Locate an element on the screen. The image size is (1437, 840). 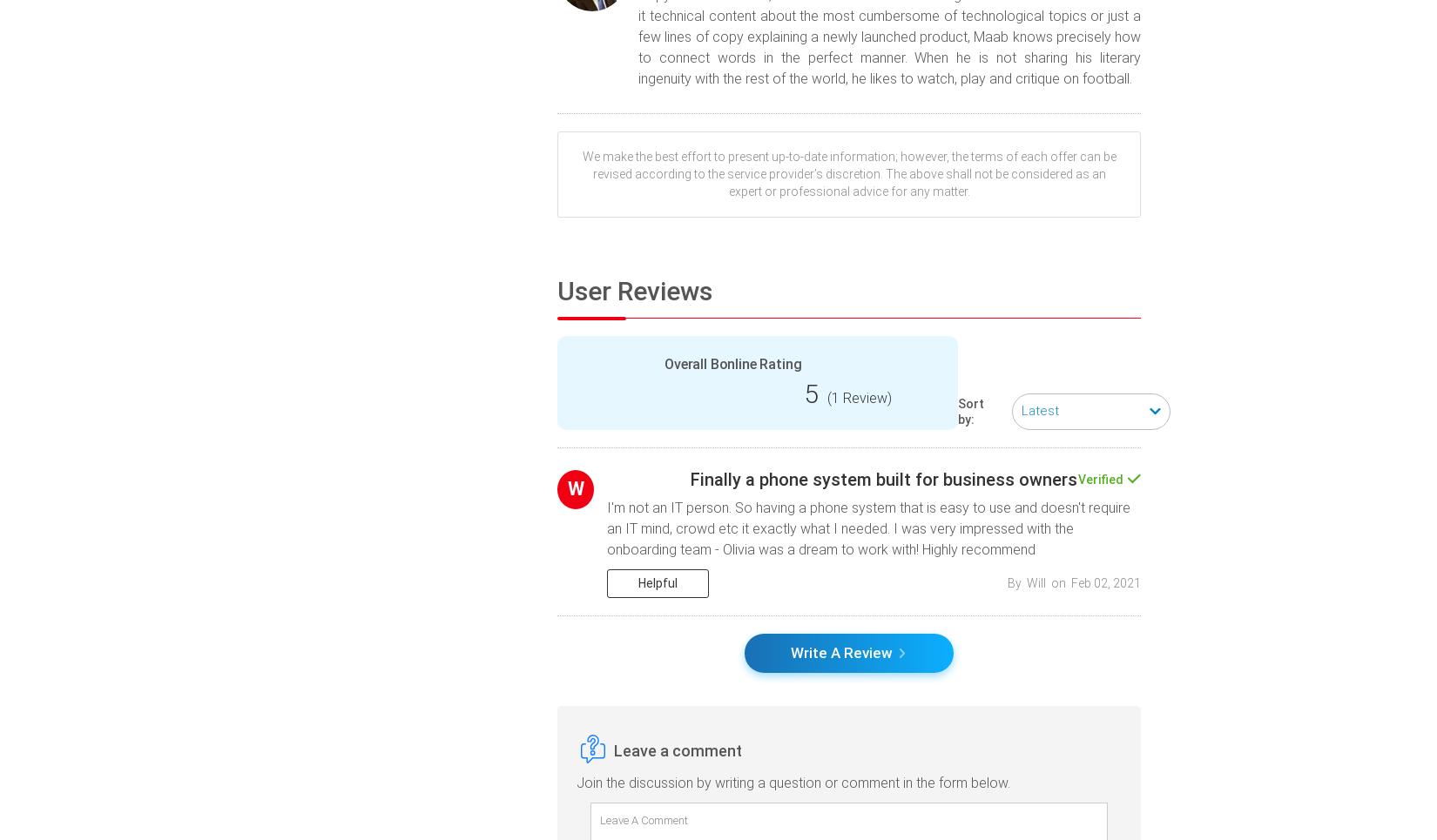
'I'm not an IT person. So having a phone system that is easy to use and doesn't require an IT mind, crowd etc it exactly what I needed. I was very impressed with the onboarding team - Olivia was a dream to work with! Highly recommend' is located at coordinates (868, 527).